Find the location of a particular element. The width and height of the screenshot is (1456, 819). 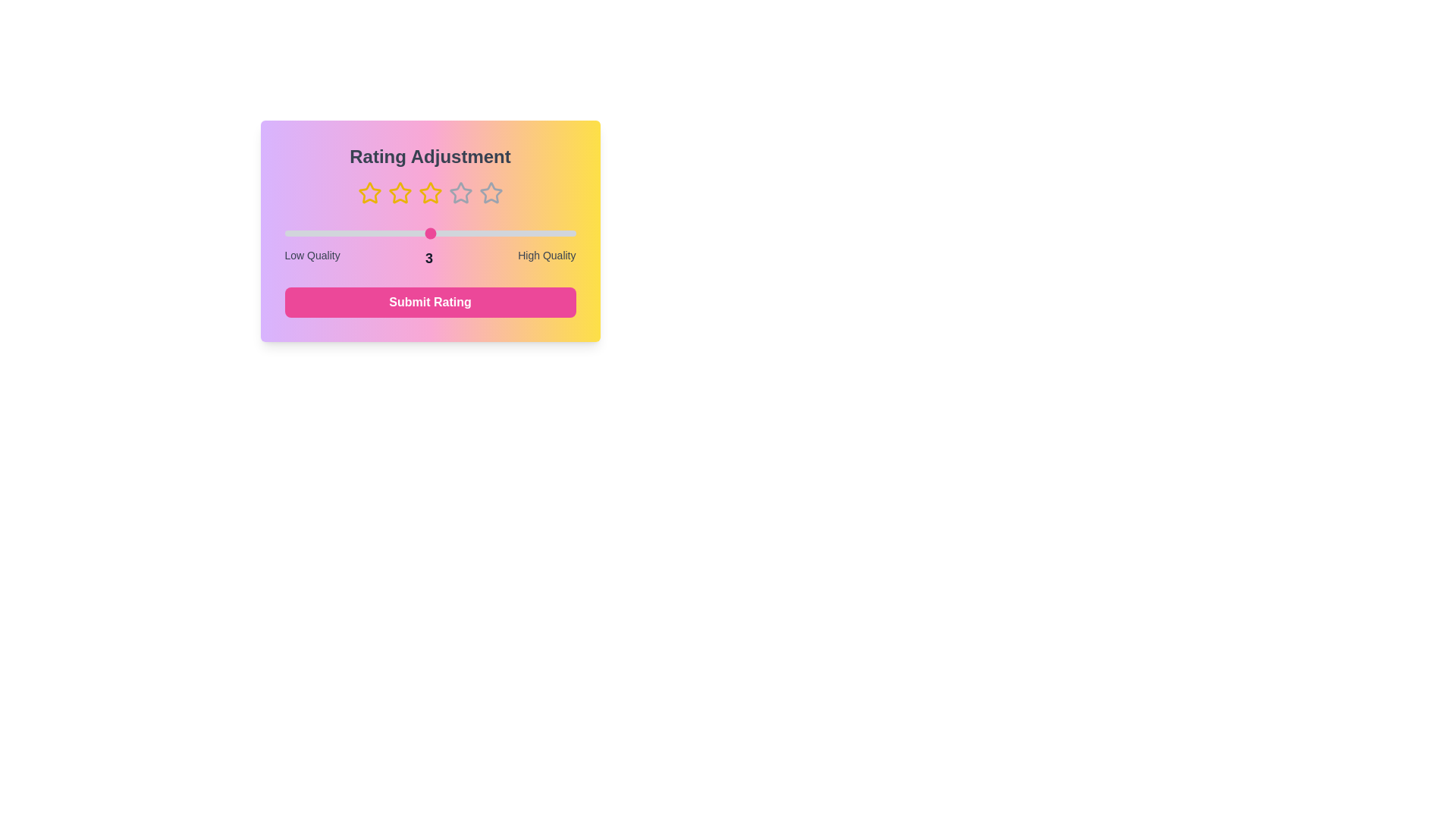

the slider to set the rating to 4 is located at coordinates (503, 234).